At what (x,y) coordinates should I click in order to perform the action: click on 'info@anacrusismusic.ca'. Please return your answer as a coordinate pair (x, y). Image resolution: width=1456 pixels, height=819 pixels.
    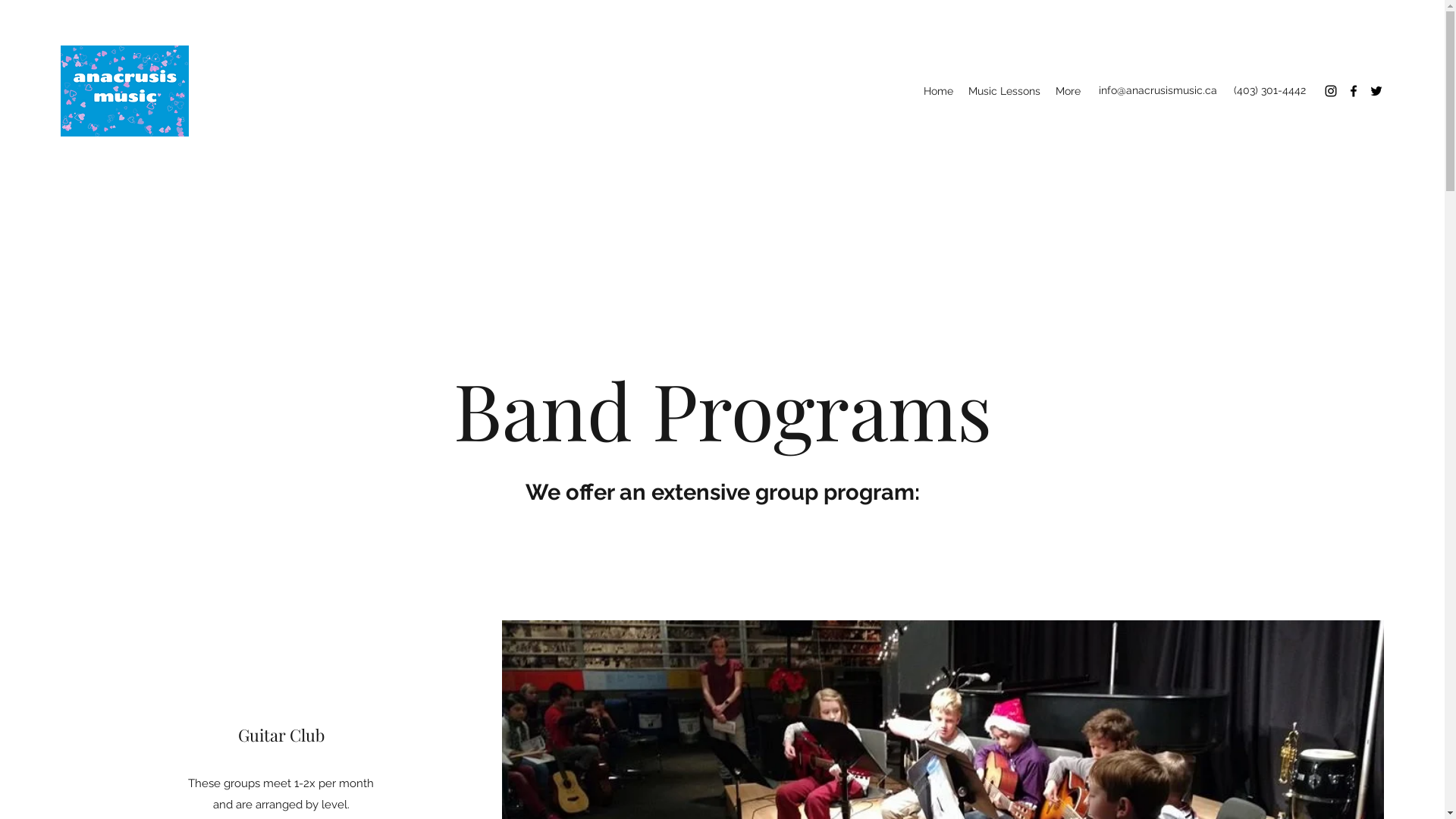
    Looking at the image, I should click on (1156, 90).